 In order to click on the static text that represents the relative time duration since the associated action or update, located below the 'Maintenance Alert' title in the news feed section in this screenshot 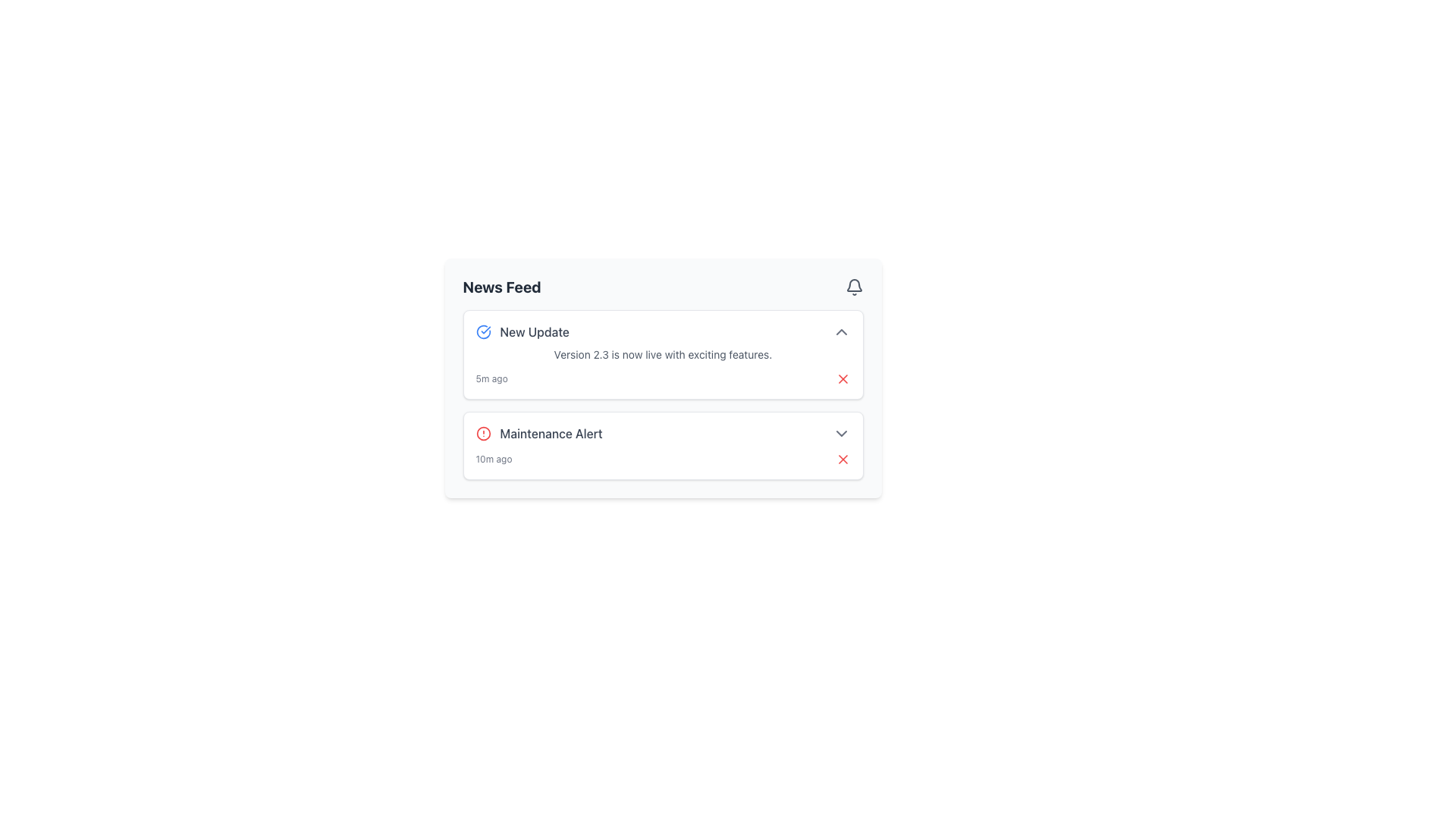, I will do `click(494, 458)`.